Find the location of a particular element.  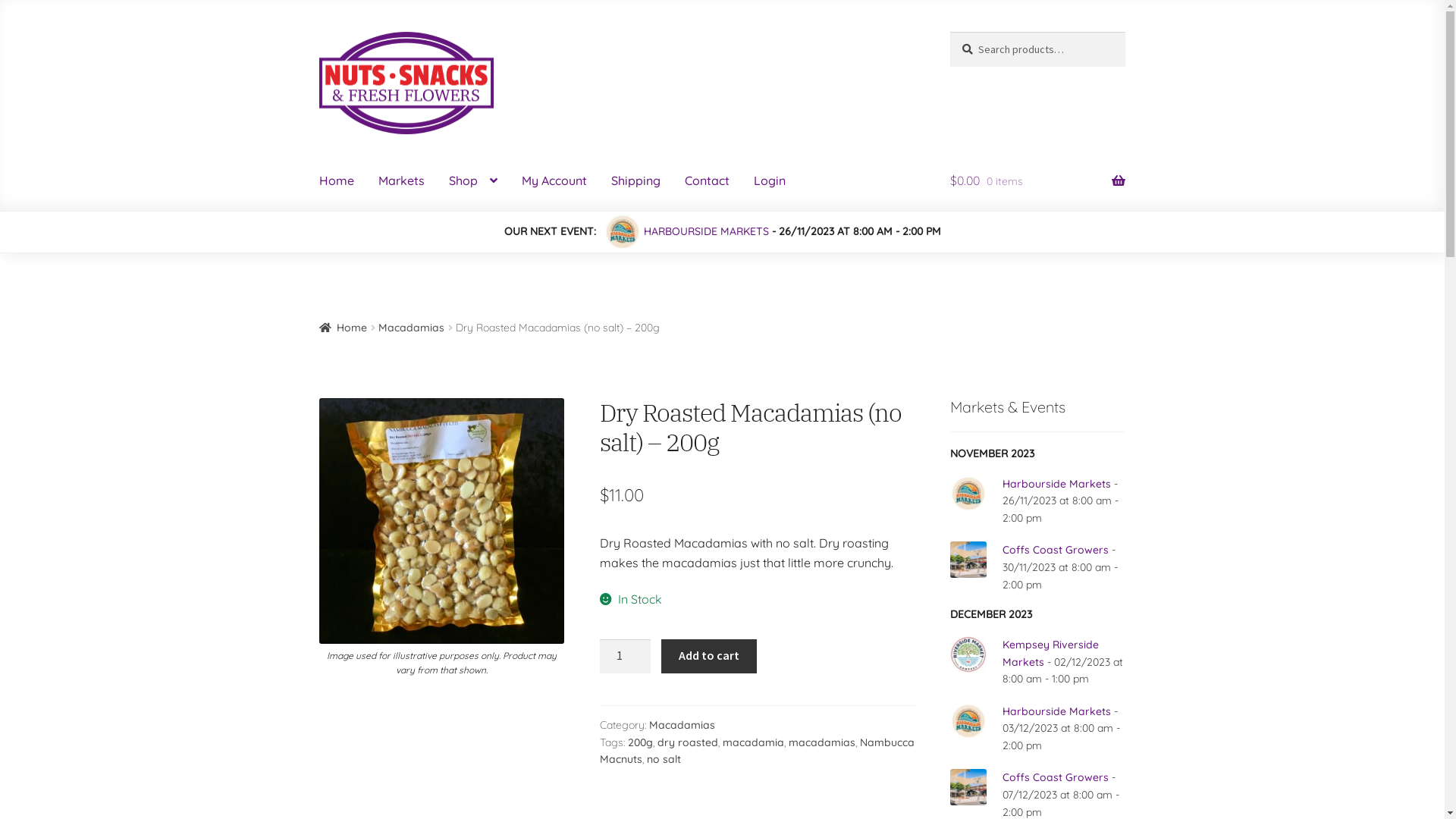

'Kempsey Riverside Markets 4' is located at coordinates (967, 654).